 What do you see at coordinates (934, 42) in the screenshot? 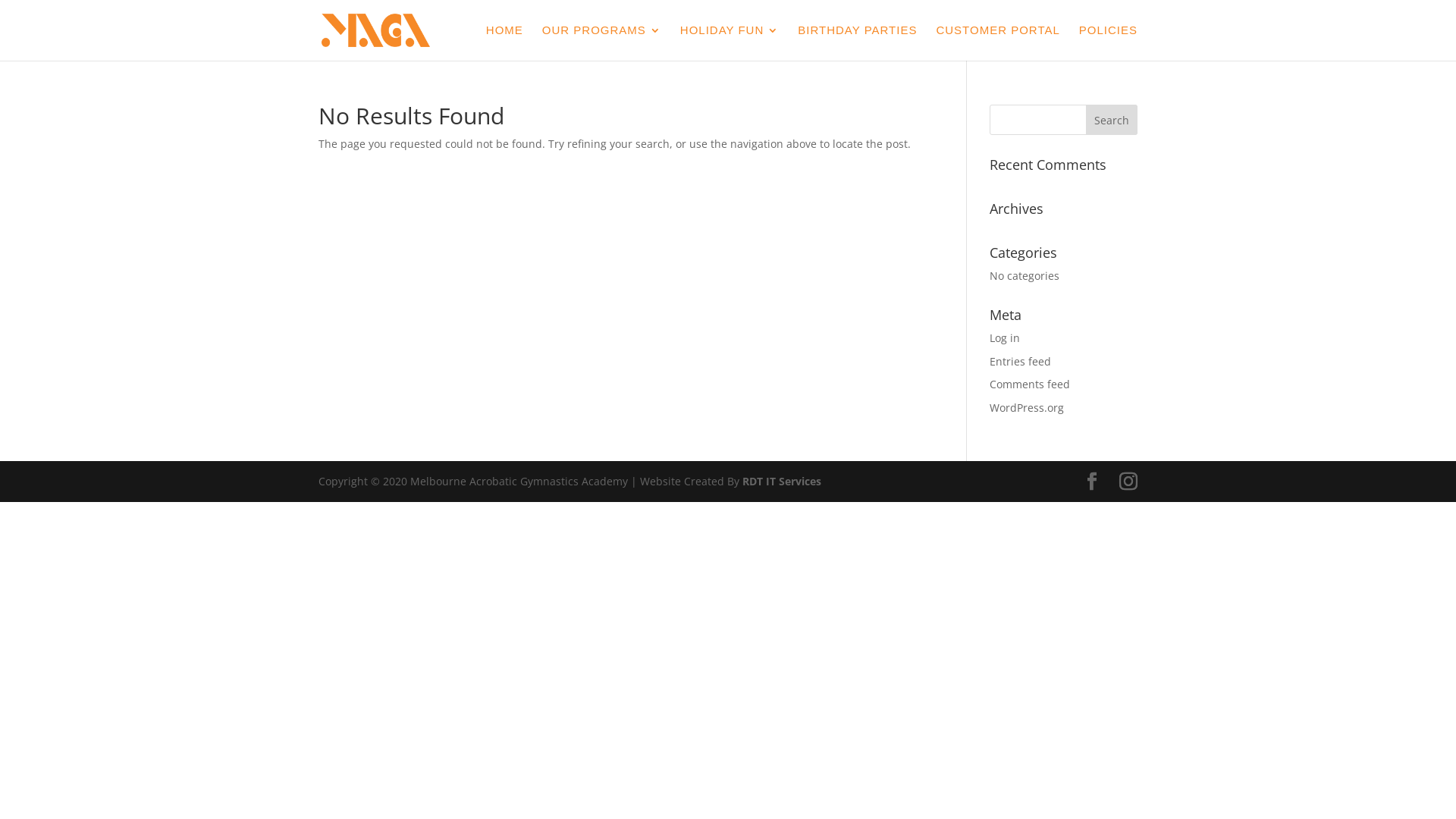
I see `'CUSTOMER PORTAL'` at bounding box center [934, 42].